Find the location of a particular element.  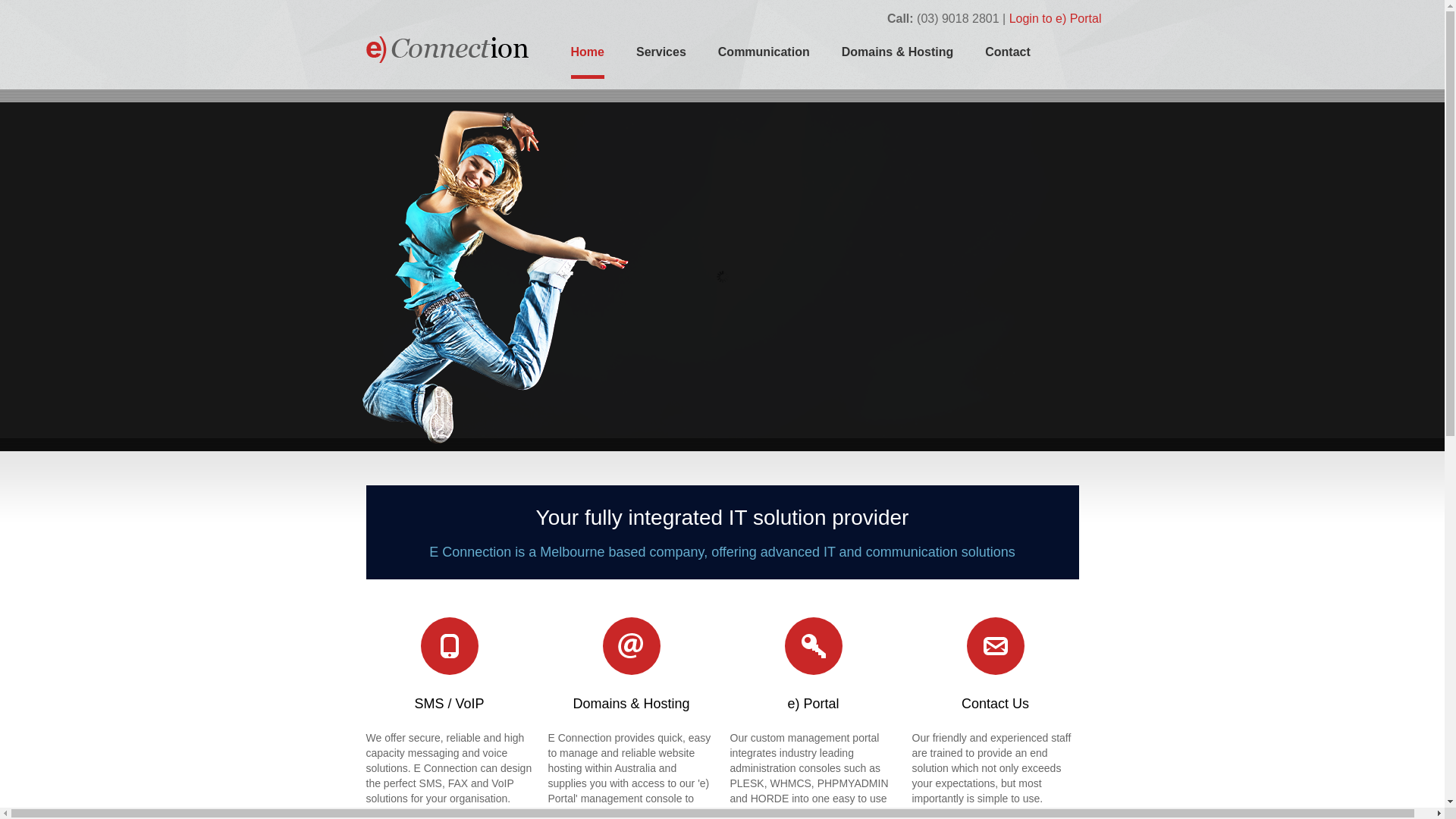

'Domains & Hosting' is located at coordinates (840, 58).